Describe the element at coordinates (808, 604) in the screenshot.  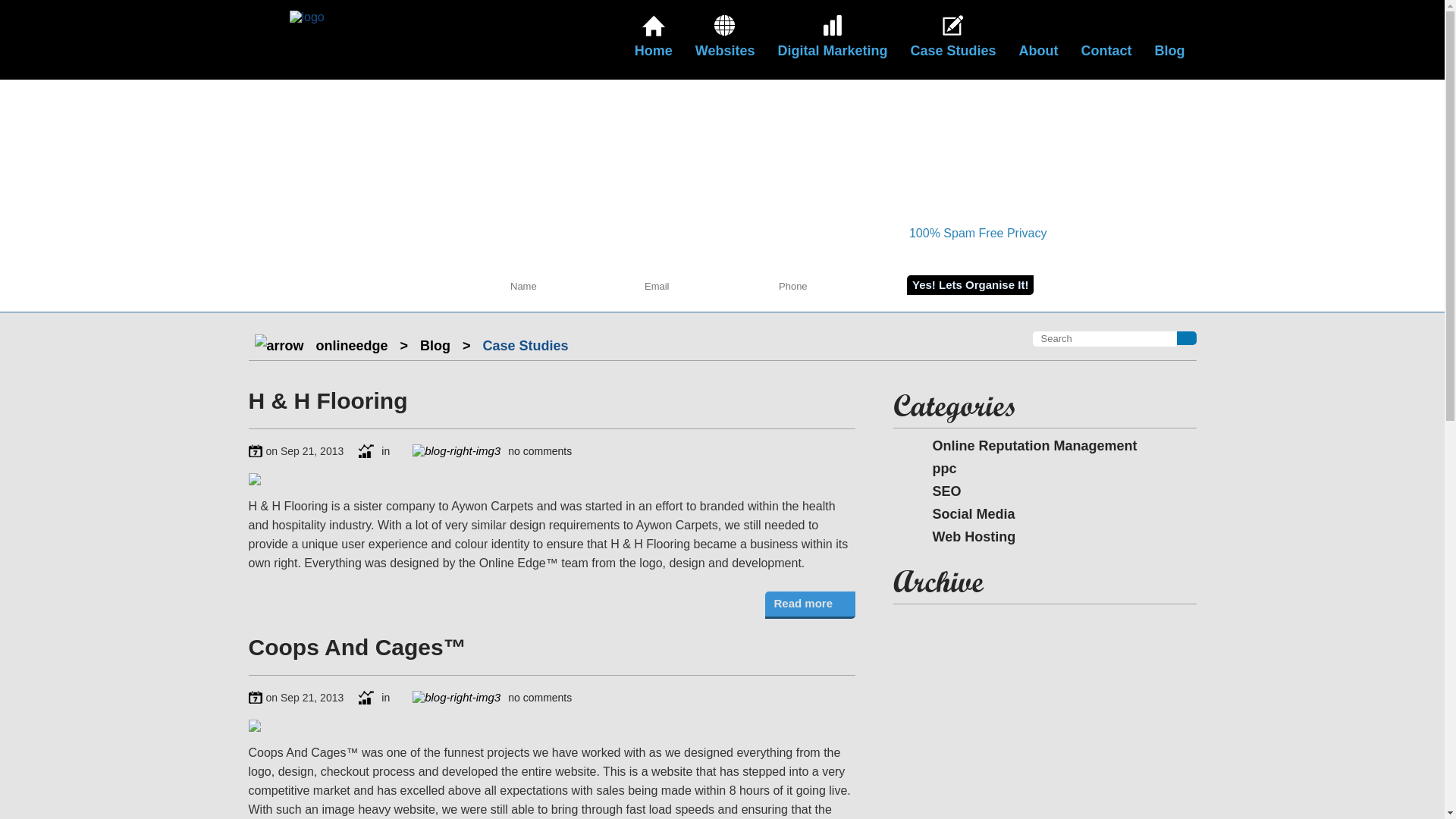
I see `'Read more'` at that location.